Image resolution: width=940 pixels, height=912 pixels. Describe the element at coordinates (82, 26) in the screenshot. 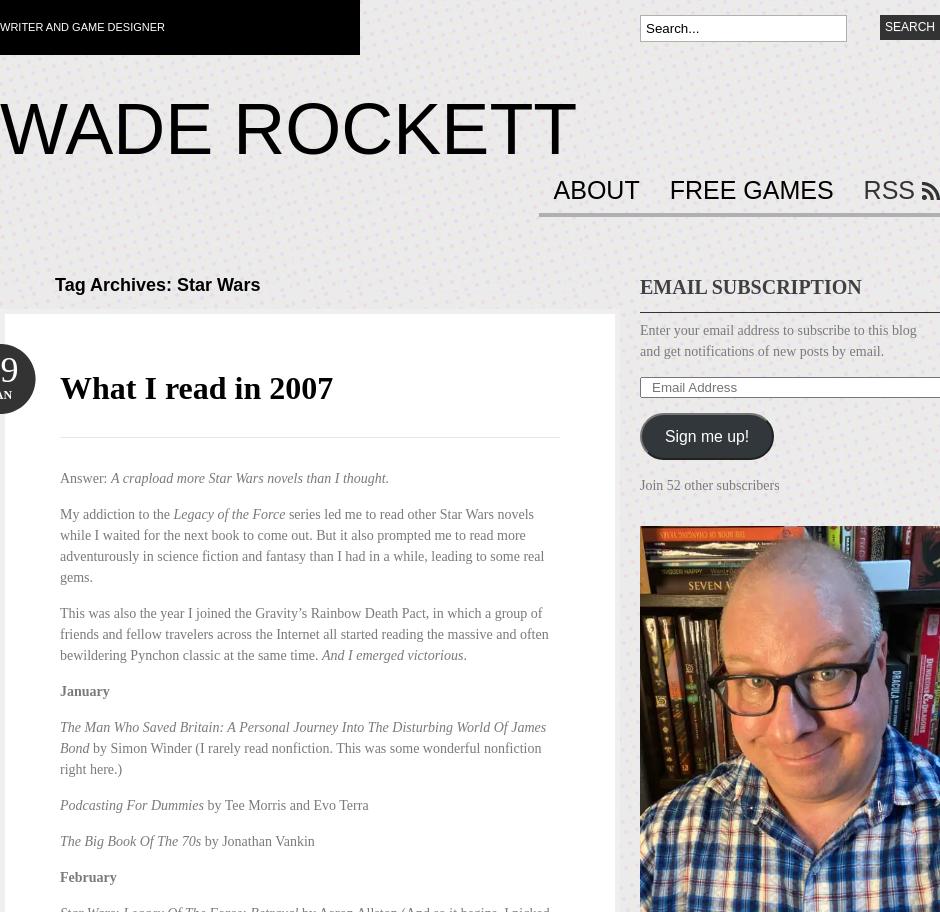

I see `'writer and game designer'` at that location.